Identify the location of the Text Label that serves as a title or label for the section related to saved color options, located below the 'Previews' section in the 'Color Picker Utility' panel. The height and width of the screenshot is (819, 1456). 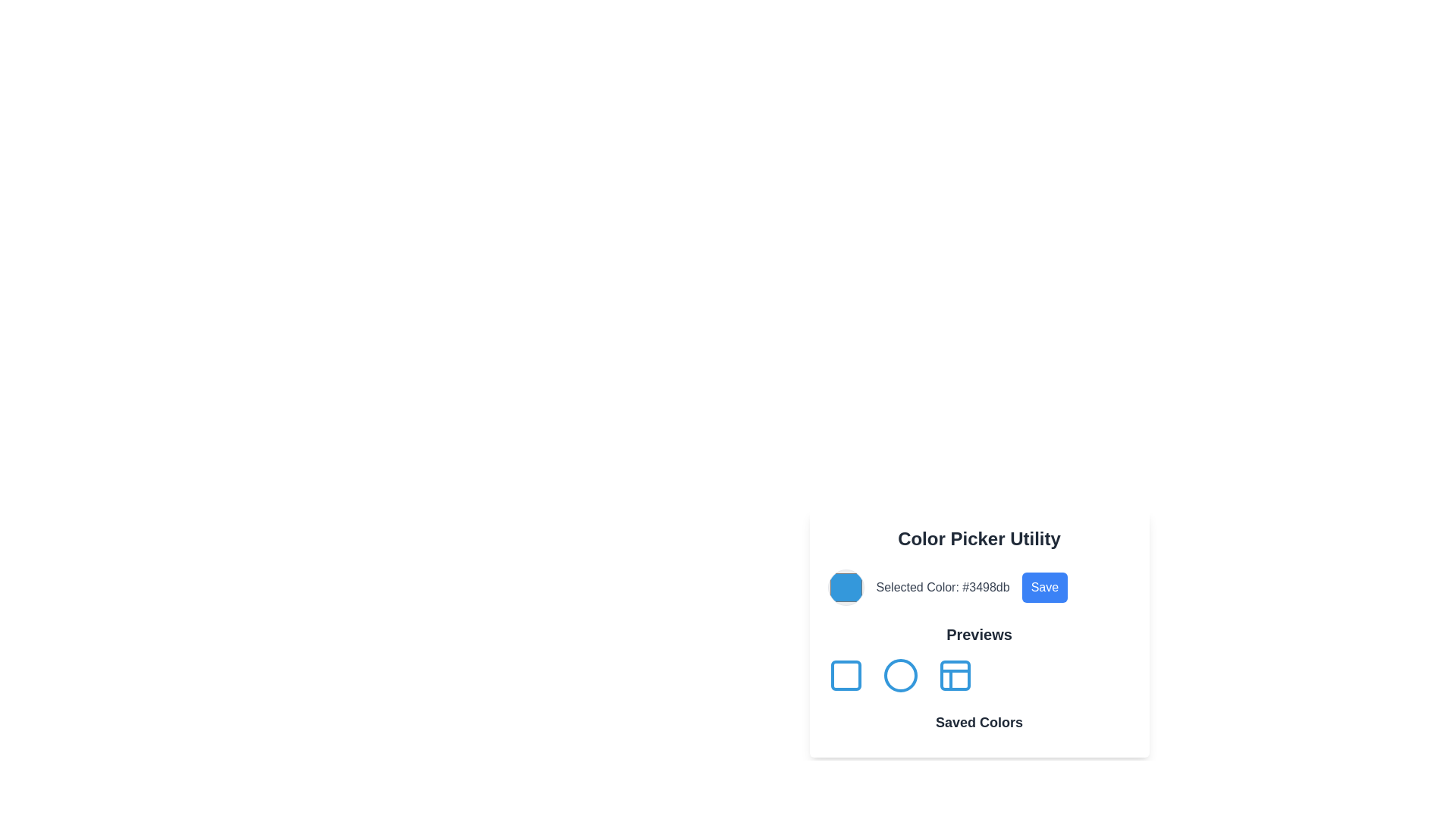
(979, 724).